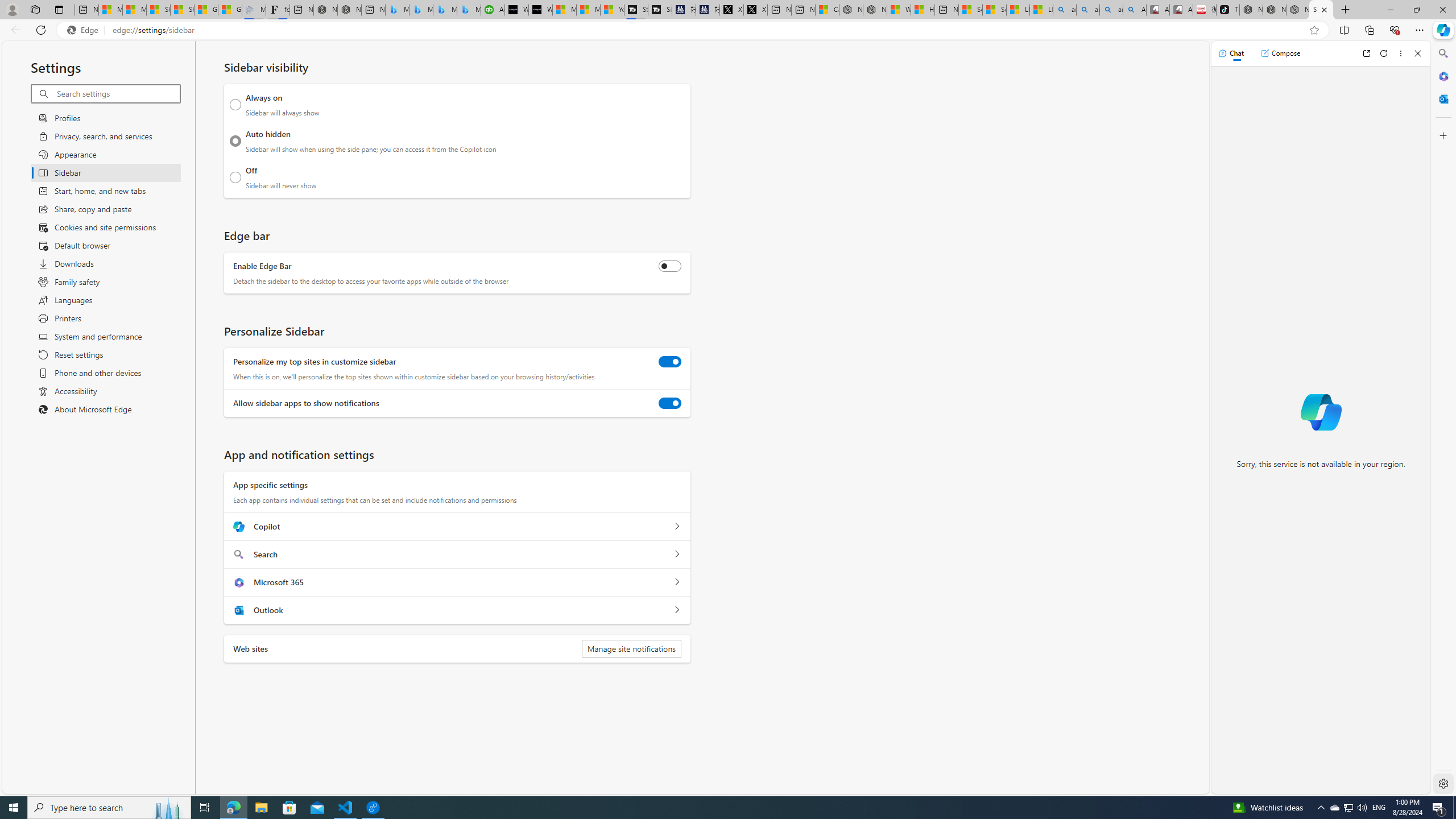 The width and height of the screenshot is (1456, 819). What do you see at coordinates (669, 266) in the screenshot?
I see `'Enable Edge Bar'` at bounding box center [669, 266].